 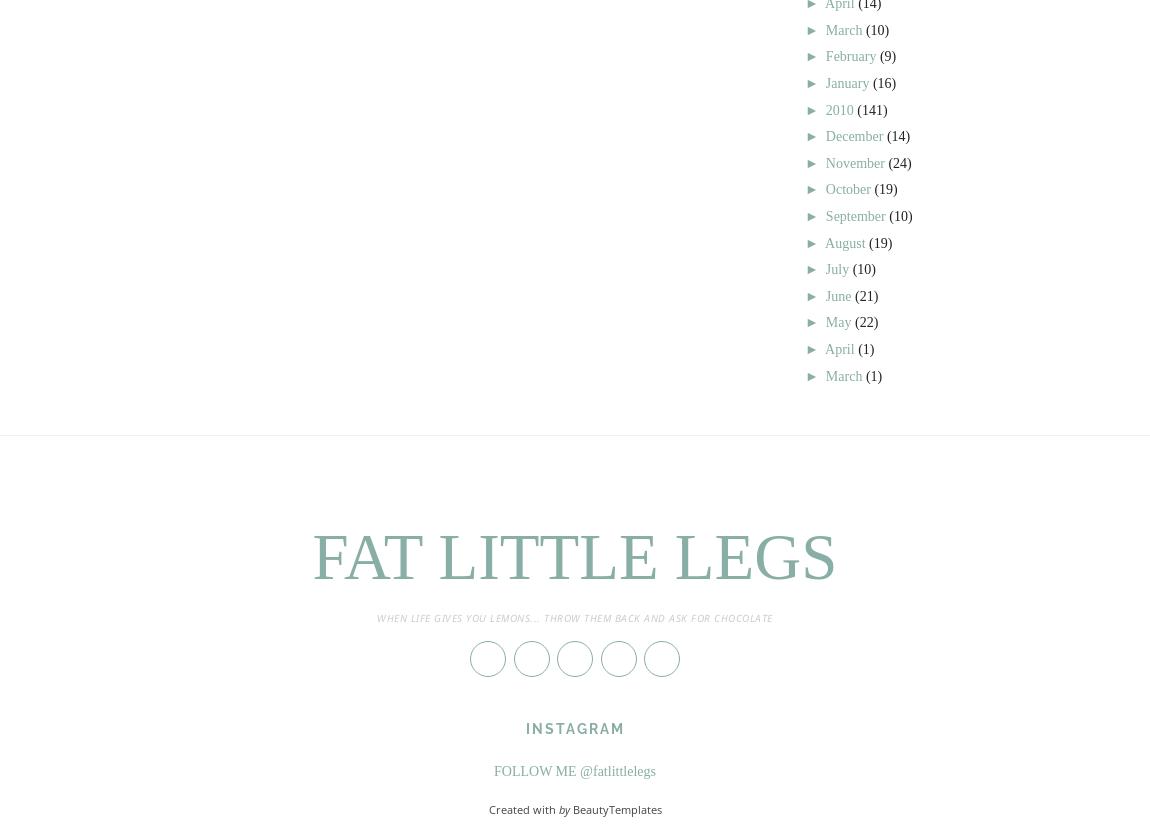 I want to click on '(22)', so click(x=866, y=321).